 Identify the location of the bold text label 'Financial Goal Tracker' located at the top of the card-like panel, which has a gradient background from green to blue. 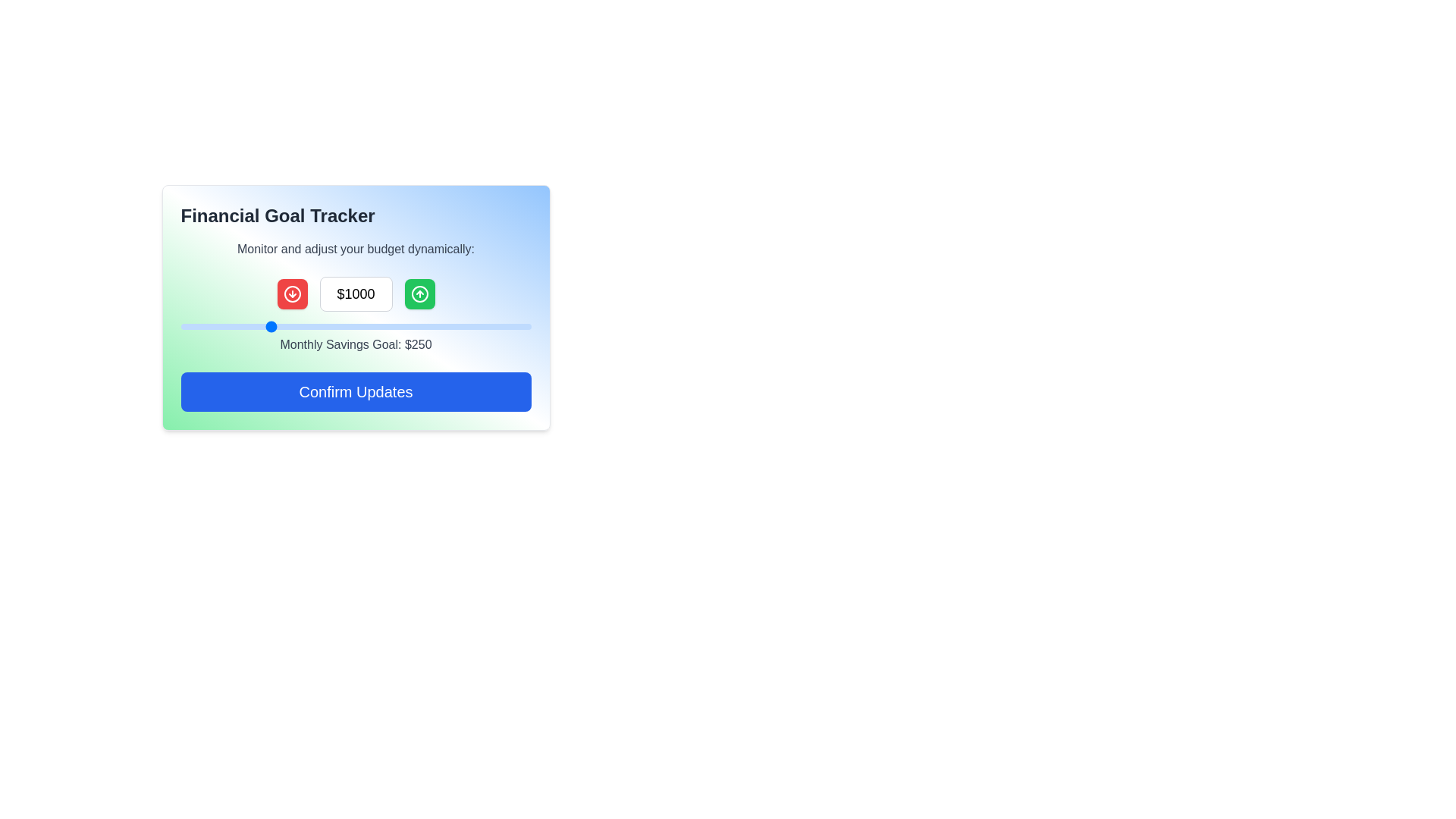
(355, 216).